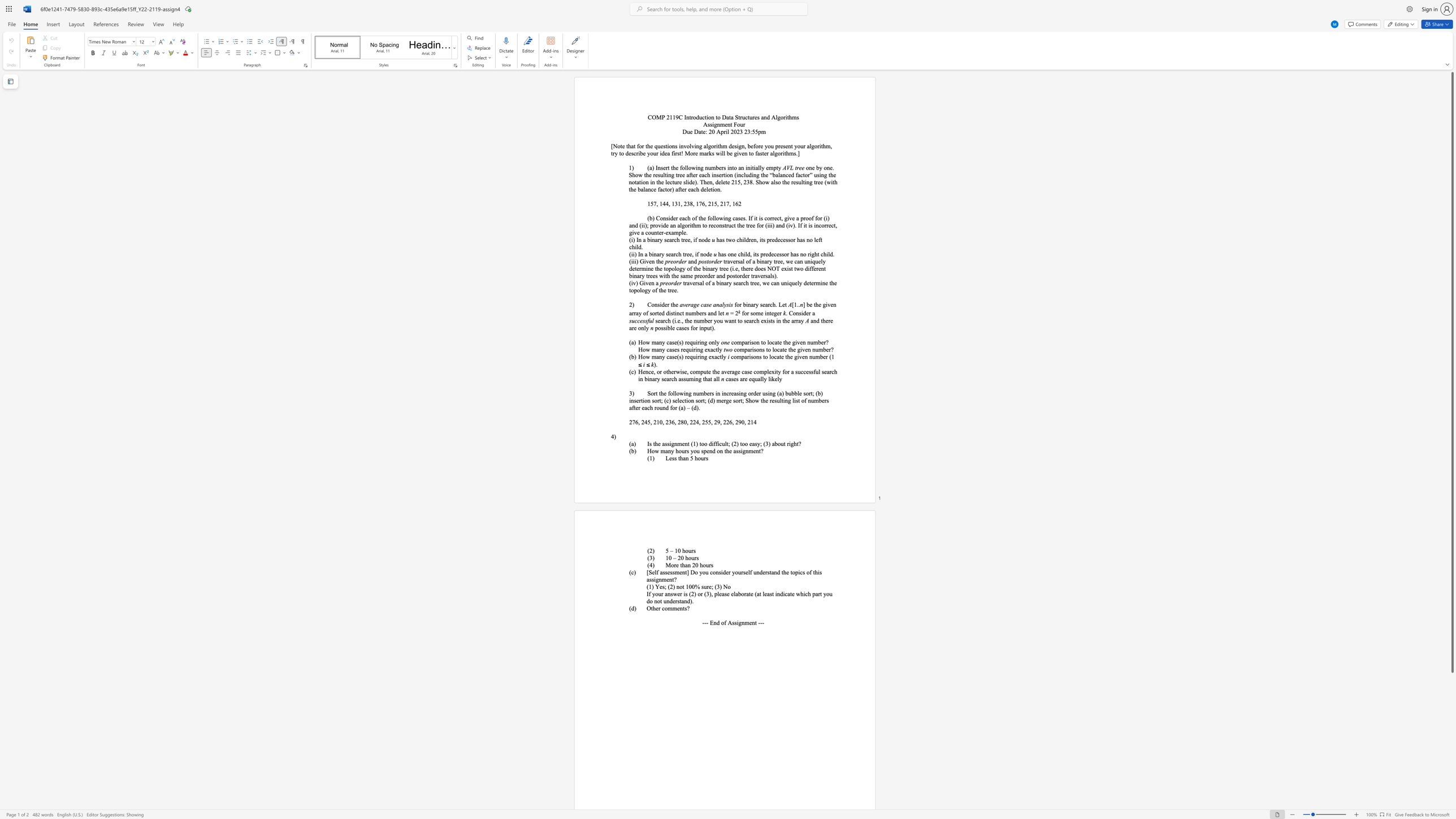 Image resolution: width=1456 pixels, height=819 pixels. I want to click on the 1th character "v" in the text, so click(634, 283).